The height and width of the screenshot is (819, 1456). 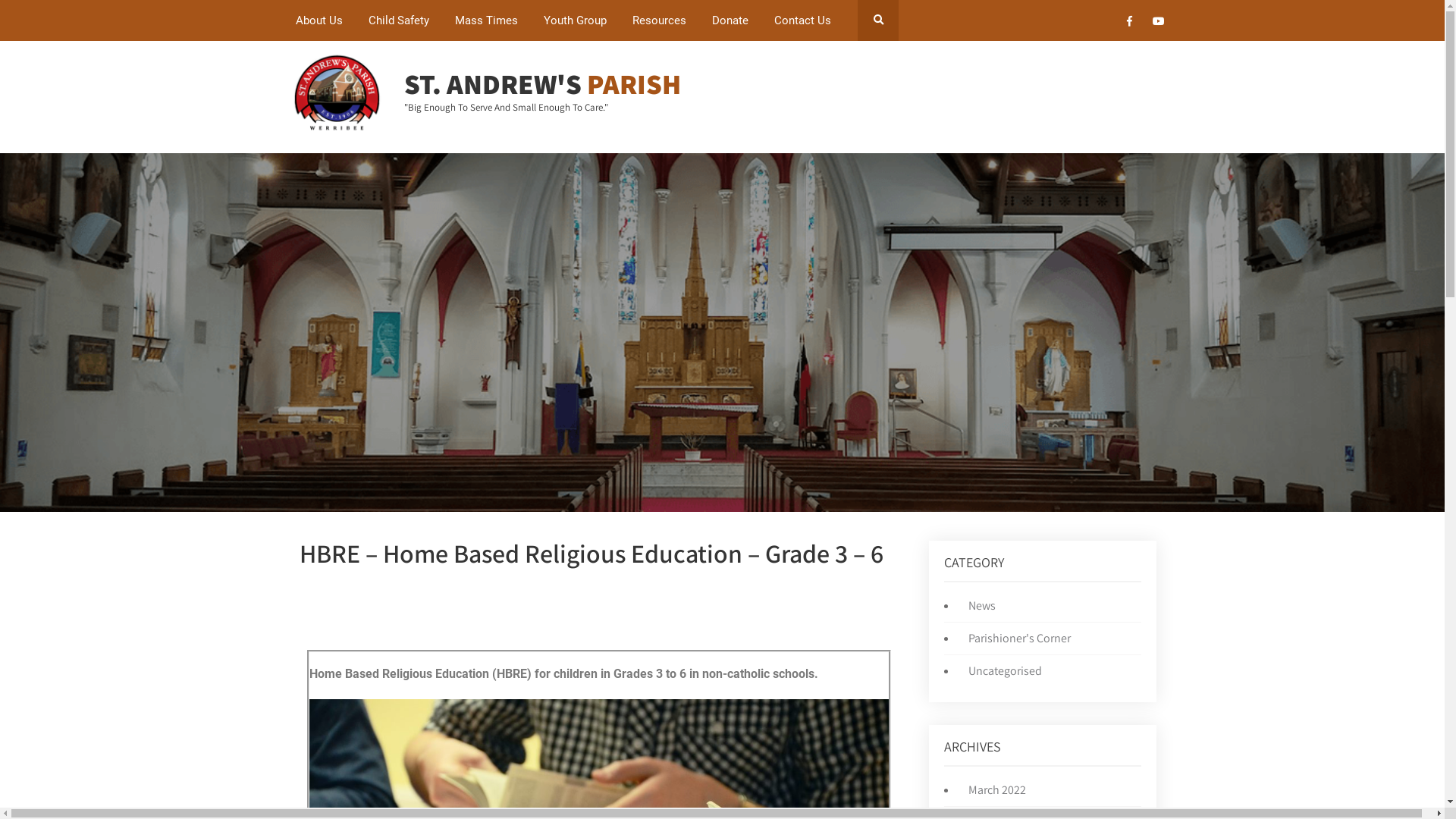 I want to click on 'Parishioner's Corner', so click(x=1015, y=638).